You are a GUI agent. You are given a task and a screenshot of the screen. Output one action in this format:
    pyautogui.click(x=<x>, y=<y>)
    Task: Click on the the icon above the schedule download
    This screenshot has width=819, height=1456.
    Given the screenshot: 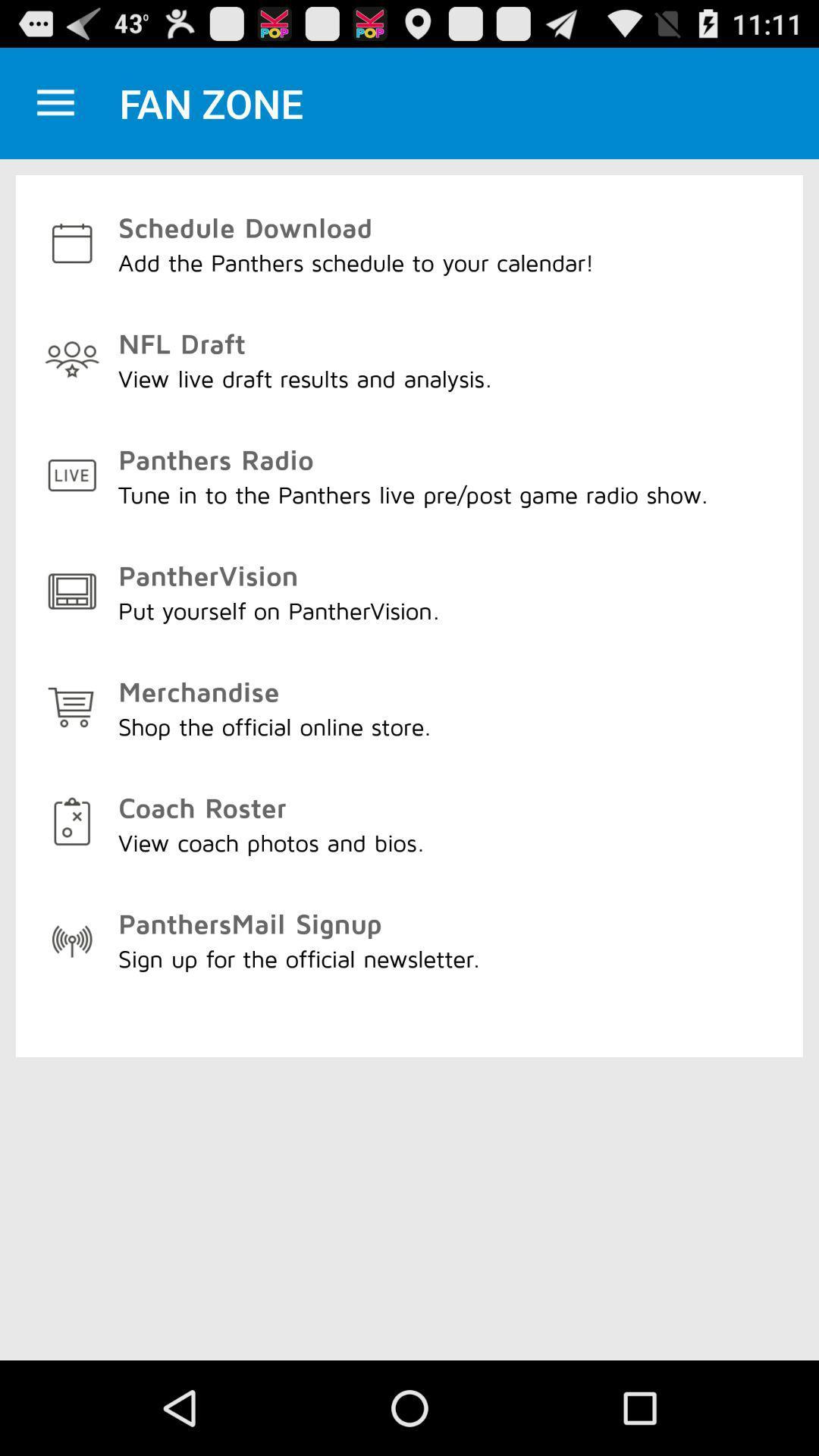 What is the action you would take?
    pyautogui.click(x=55, y=102)
    